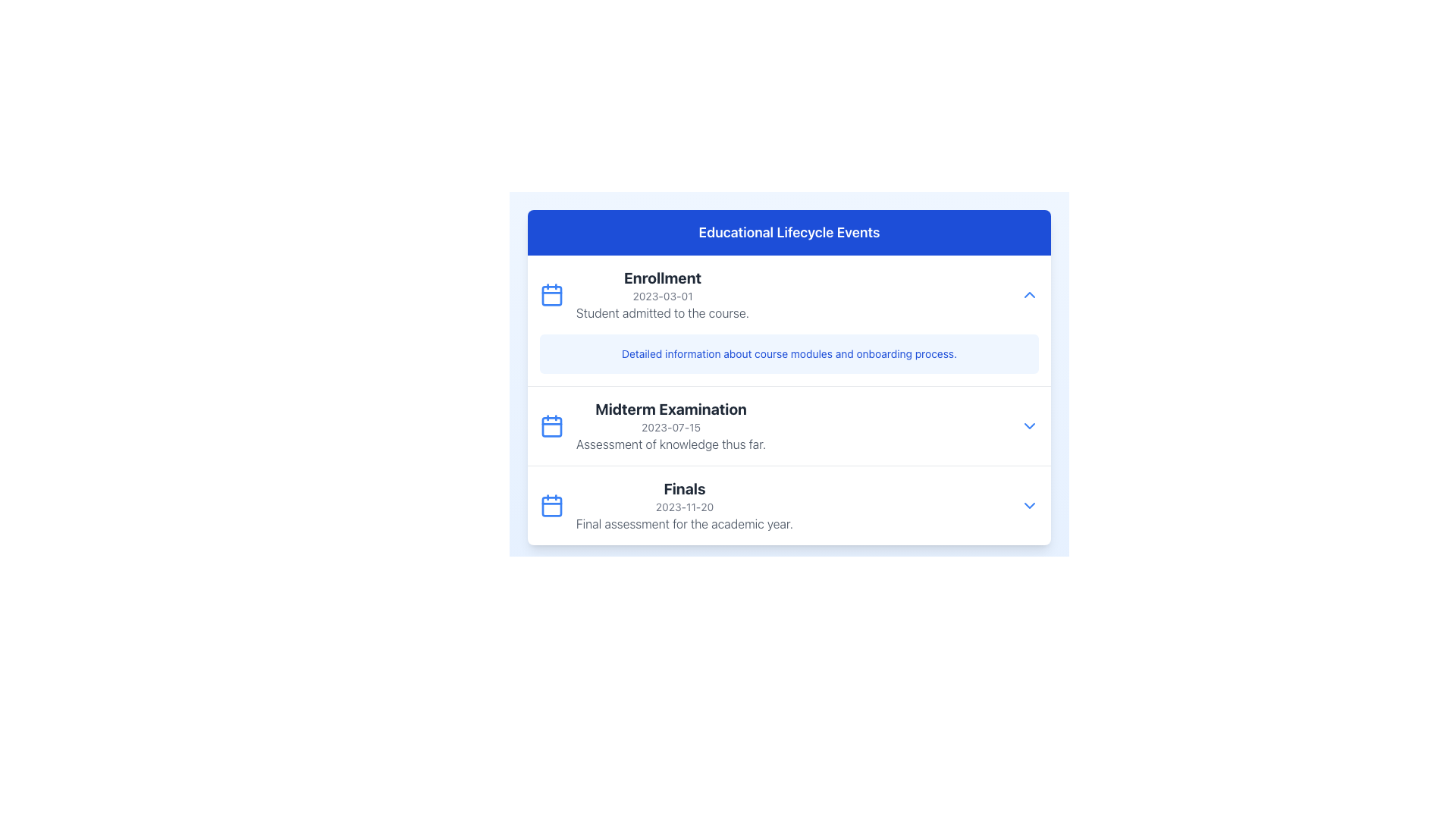 This screenshot has height=819, width=1456. What do you see at coordinates (666, 506) in the screenshot?
I see `the Information List Item that describes the final assessment scheduled for 2023-11-20, which is the third entry under 'Educational Lifecycle Events' and features a blue calendar icon, the title 'Finals,' and a description below it` at bounding box center [666, 506].